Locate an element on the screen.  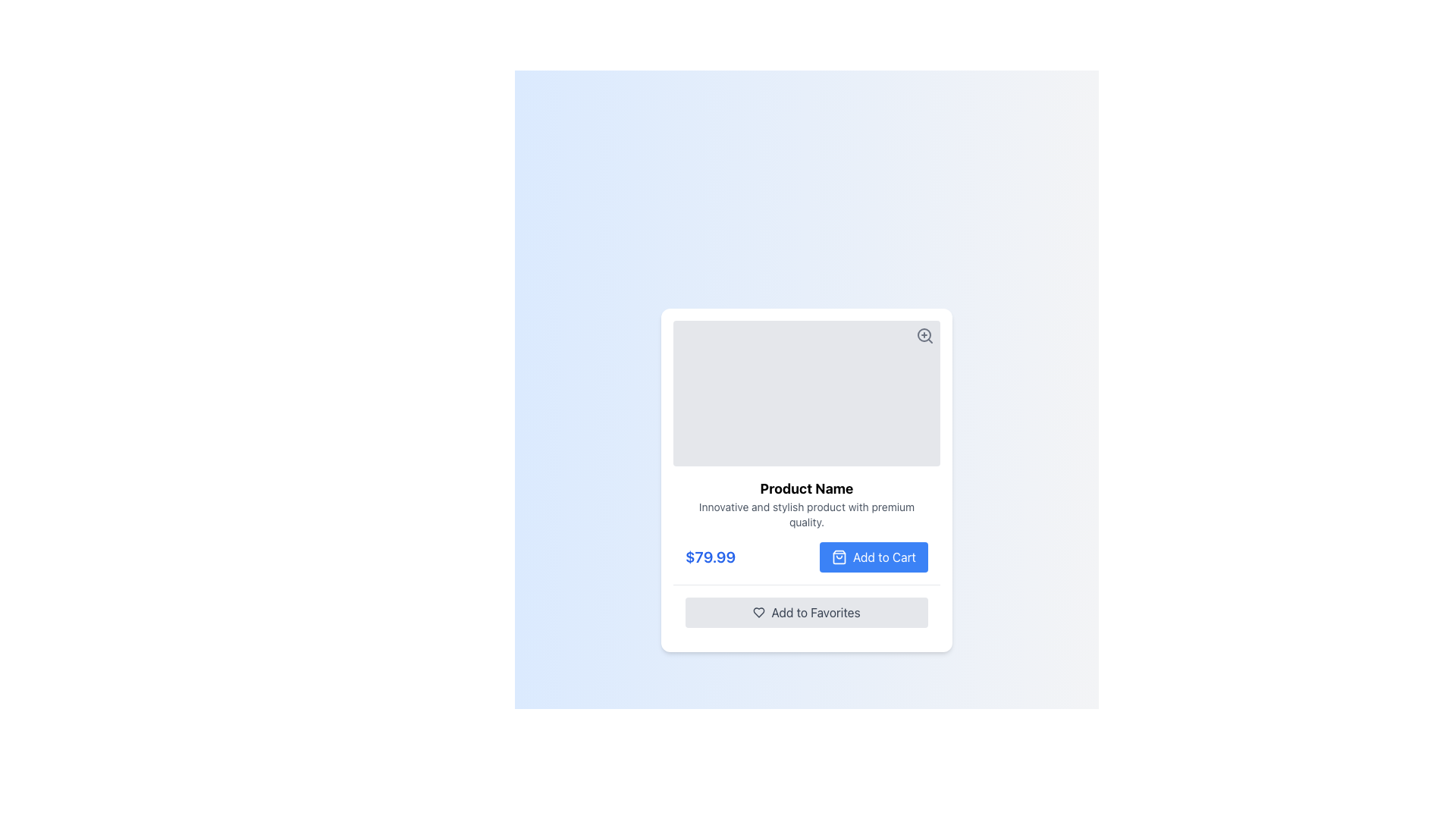
the favorite button located at the bottom of the card layout to mark the associated product as a favorite is located at coordinates (806, 610).